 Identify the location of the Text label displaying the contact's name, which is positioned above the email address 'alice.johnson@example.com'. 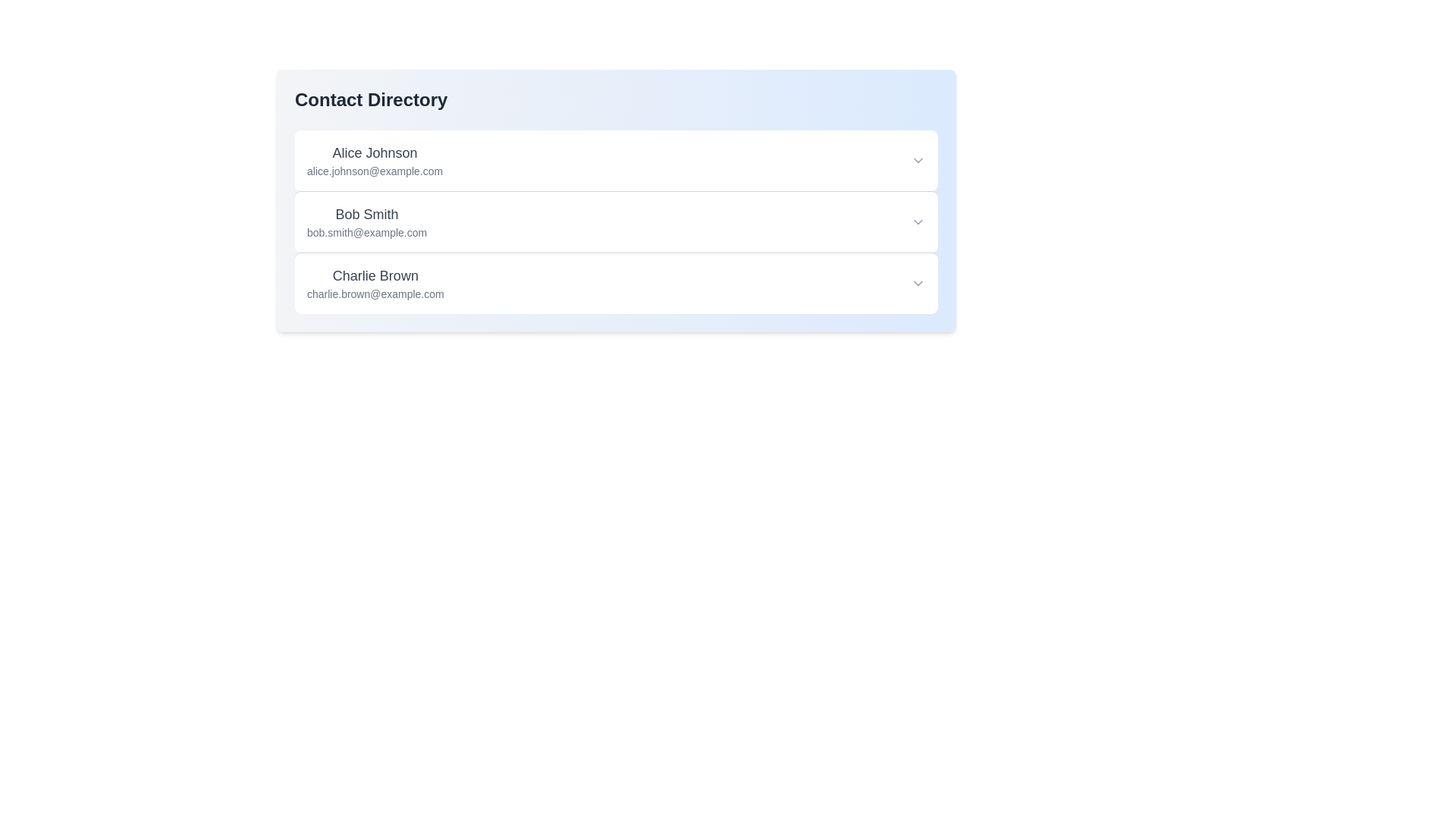
(375, 152).